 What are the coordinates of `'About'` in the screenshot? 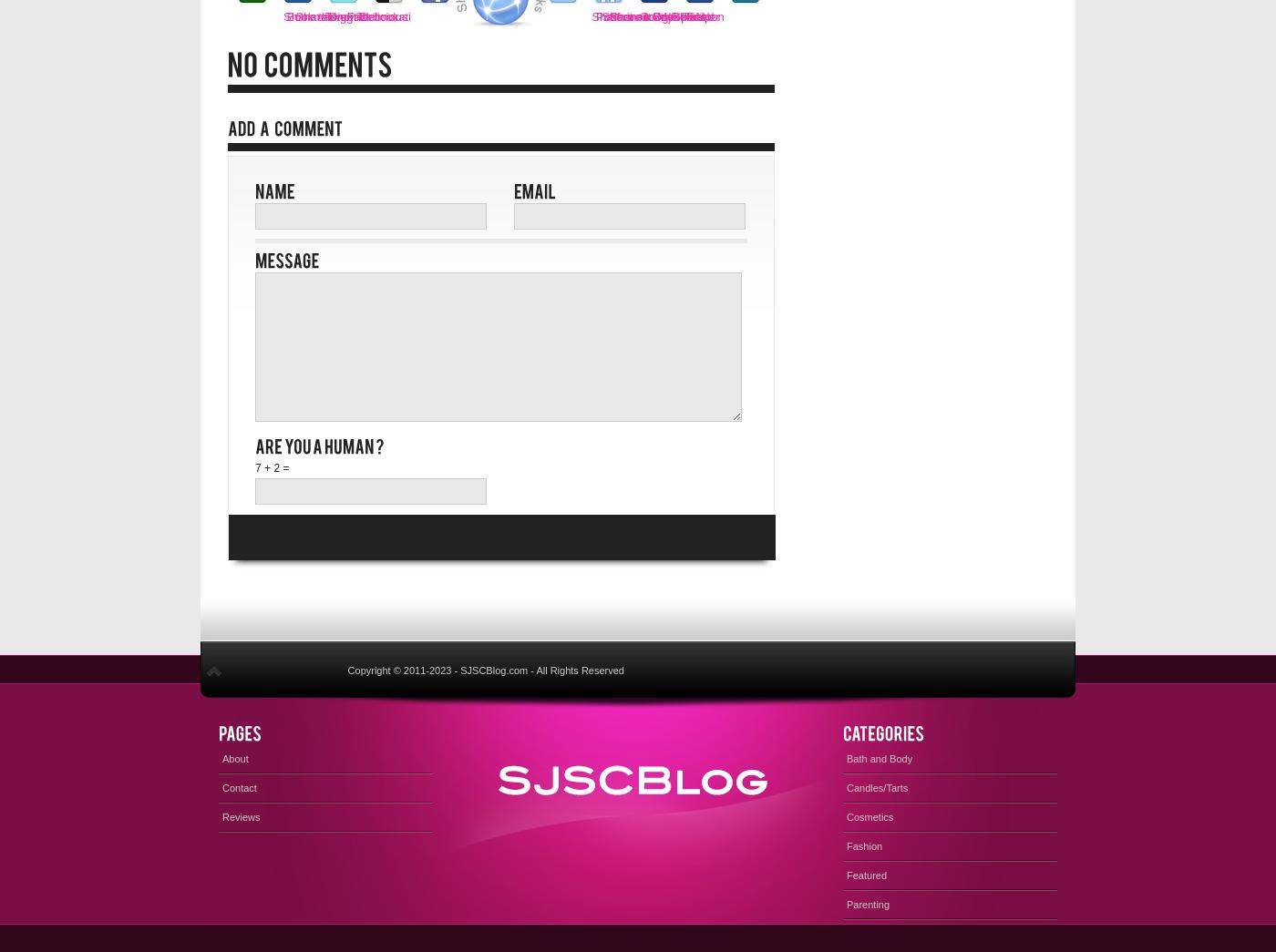 It's located at (222, 757).